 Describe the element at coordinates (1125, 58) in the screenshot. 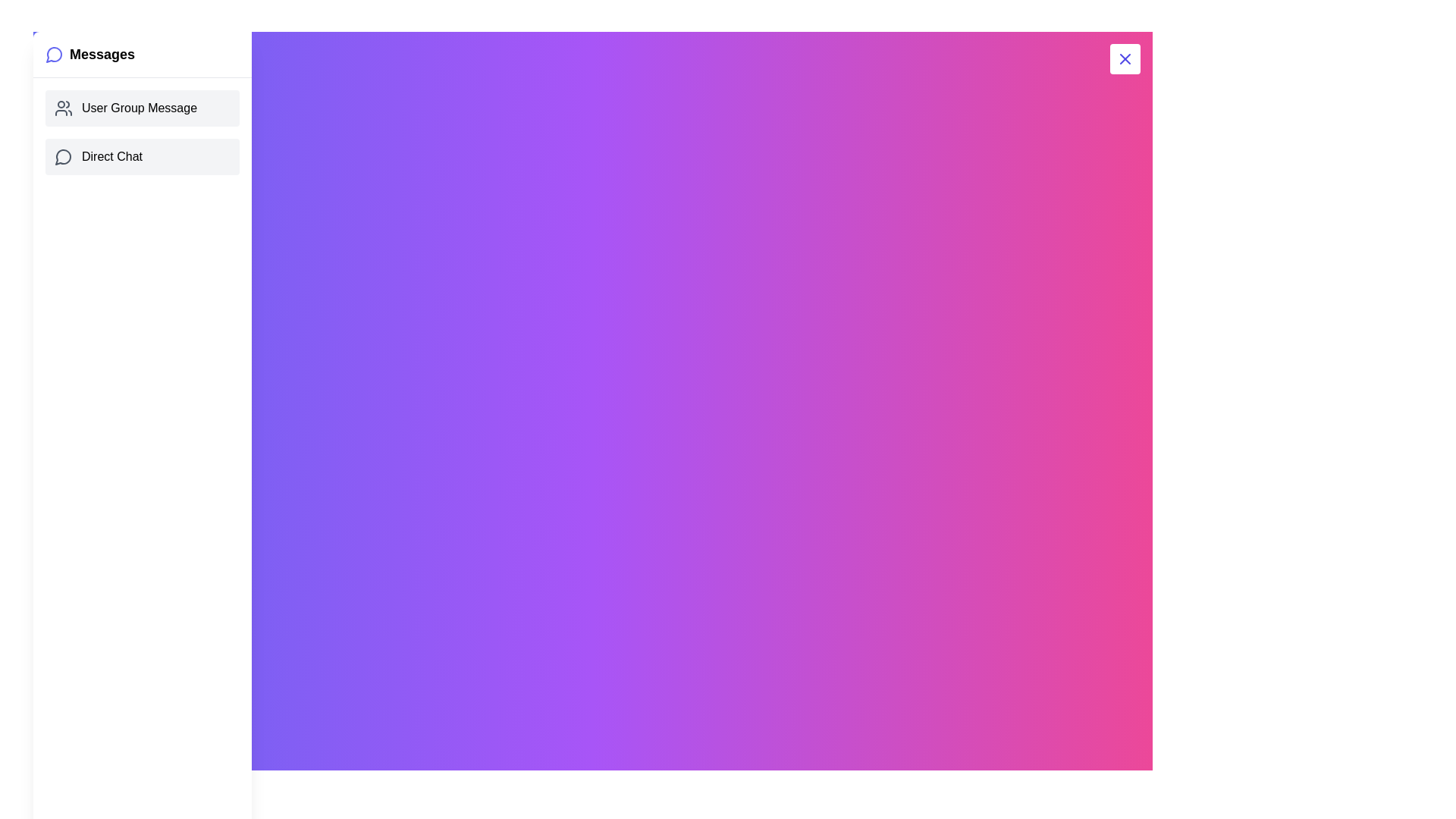

I see `the Close Icon located near the top-right corner of the interface to trigger its visual hover effect` at that location.